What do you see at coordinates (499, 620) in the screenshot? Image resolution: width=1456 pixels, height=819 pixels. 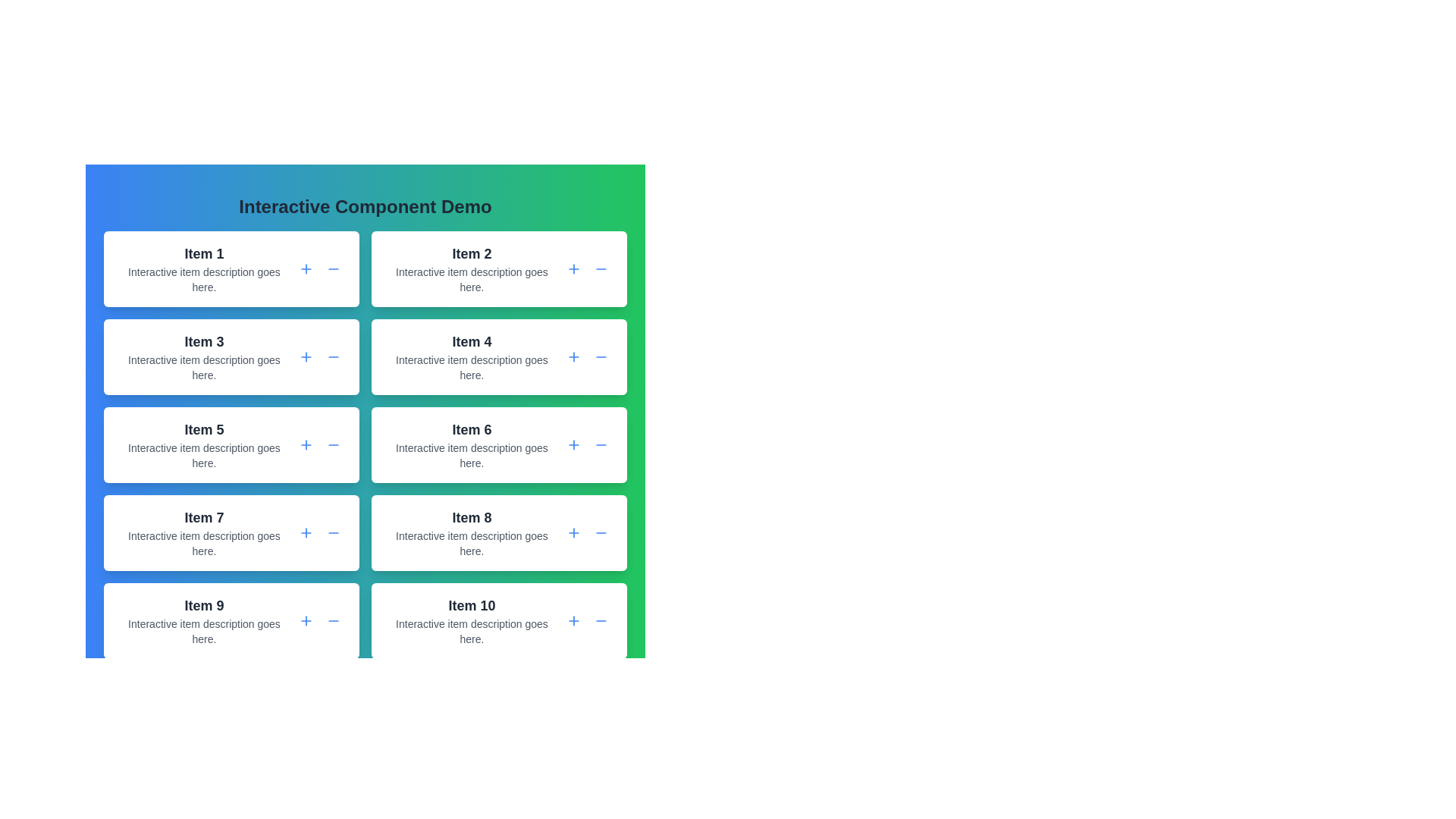 I see `the minus (-) button of the interactive card located at the bottom-right corner of the grid, which is the 10th card in a 2-column layout` at bounding box center [499, 620].